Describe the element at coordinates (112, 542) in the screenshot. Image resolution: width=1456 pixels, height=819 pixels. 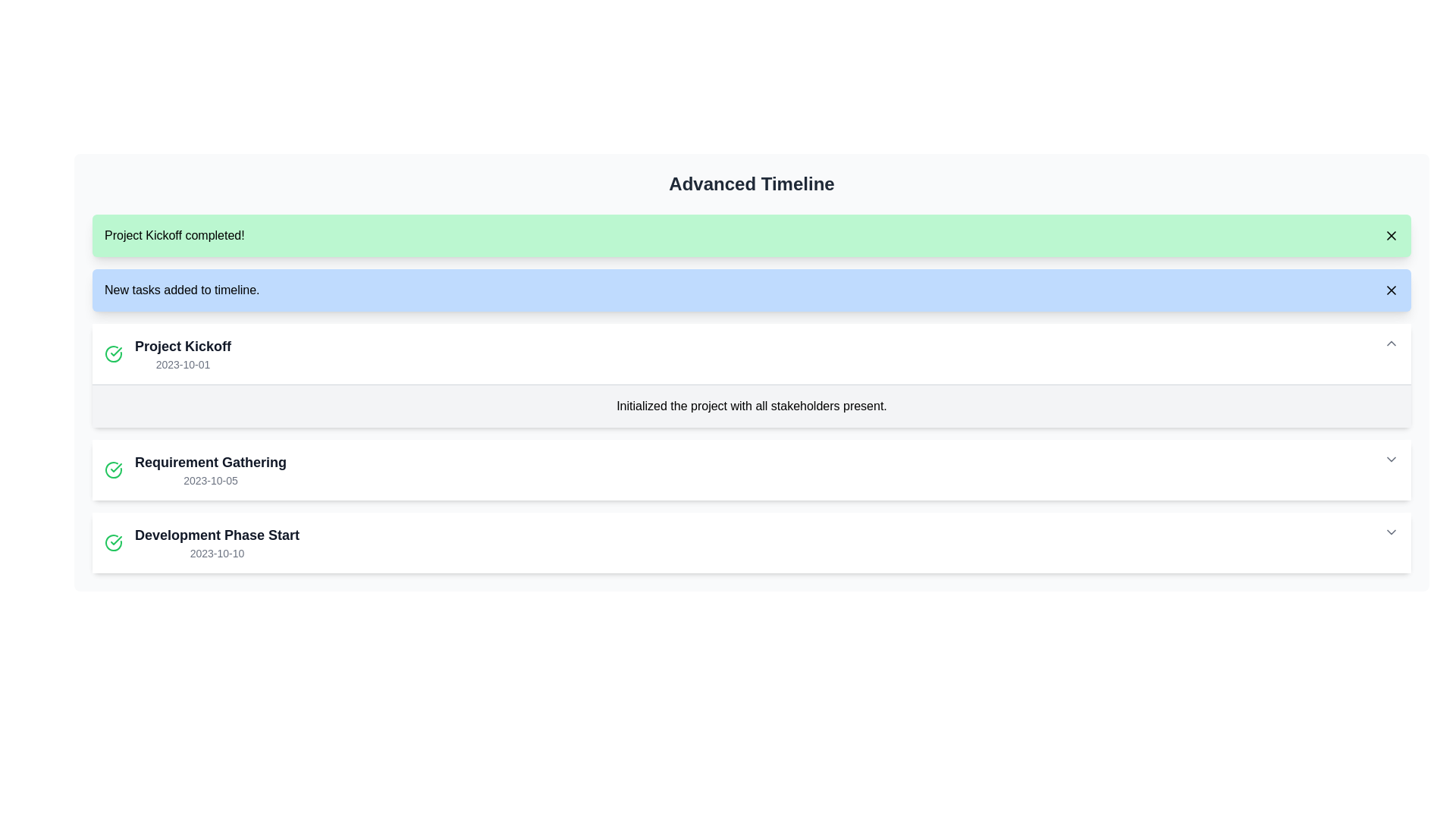
I see `the 'Development Phase Start' milestone icon in the timeline entry, which is visually represented and located to the left of the labeled texts` at that location.